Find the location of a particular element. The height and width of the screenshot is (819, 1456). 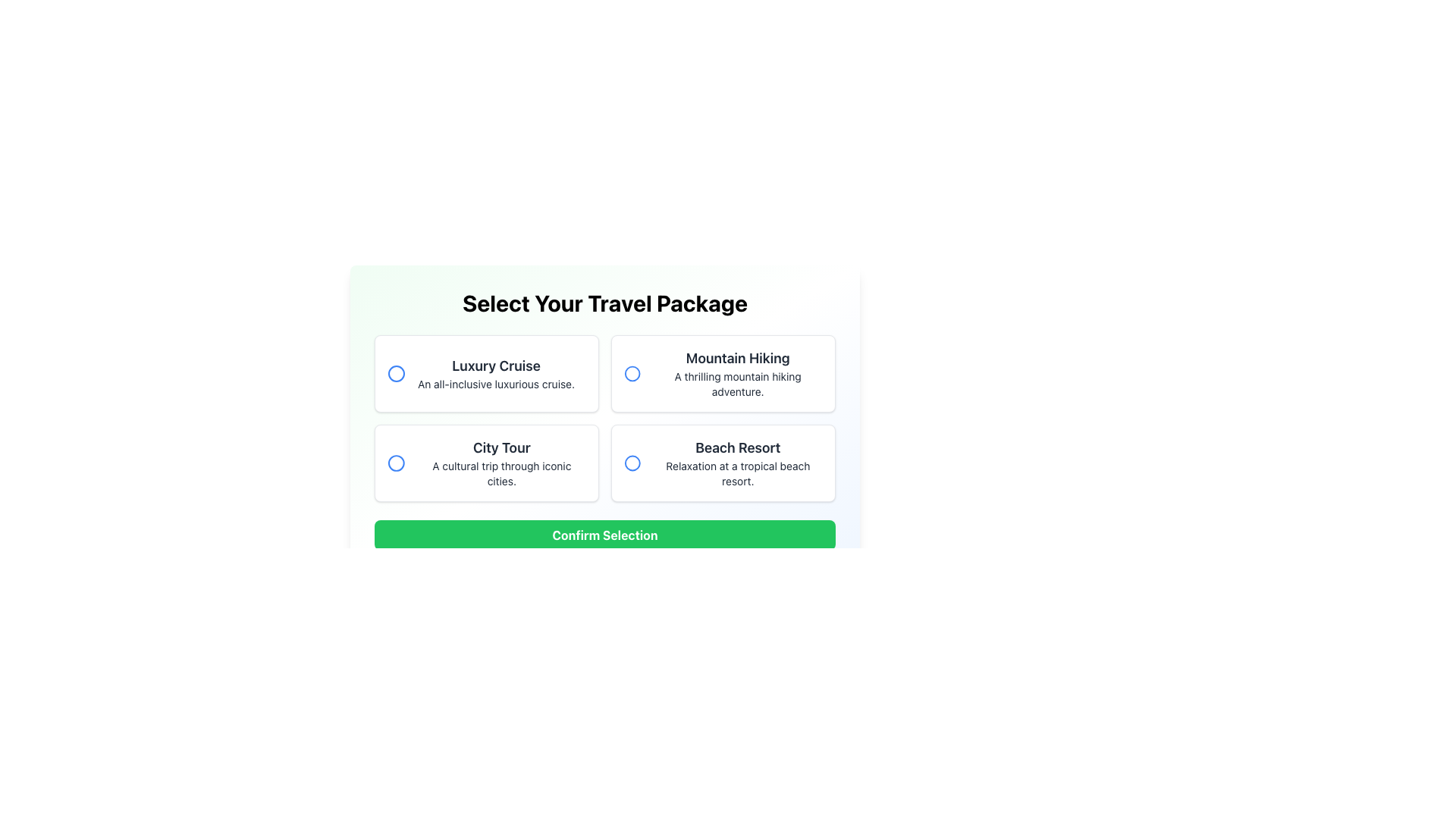

the blue circle radio button that serves as a selection indicator for the 'City Tour A cultural trip through iconic cities.' option is located at coordinates (396, 462).